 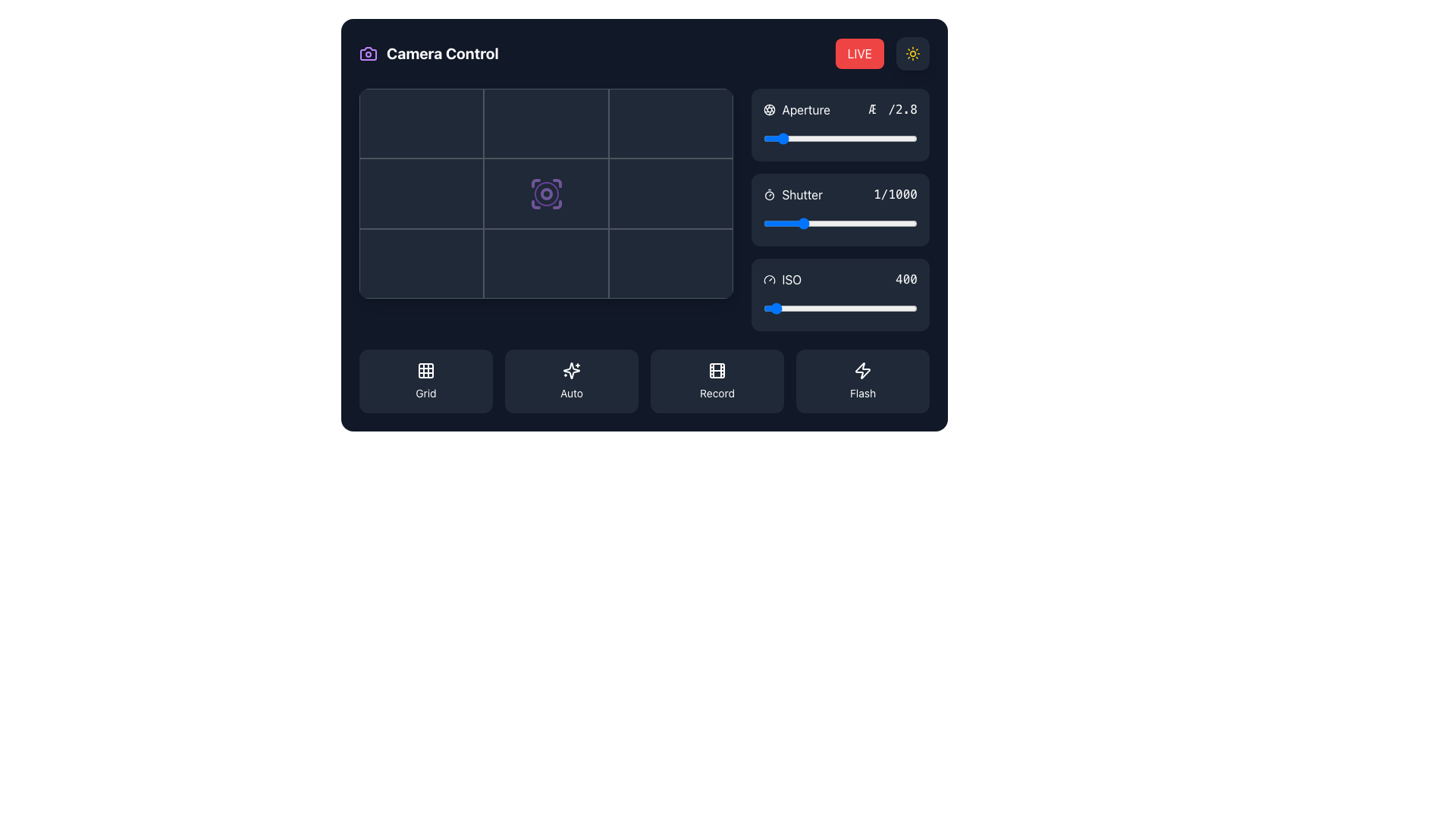 What do you see at coordinates (801, 223) in the screenshot?
I see `the shutter speed value` at bounding box center [801, 223].